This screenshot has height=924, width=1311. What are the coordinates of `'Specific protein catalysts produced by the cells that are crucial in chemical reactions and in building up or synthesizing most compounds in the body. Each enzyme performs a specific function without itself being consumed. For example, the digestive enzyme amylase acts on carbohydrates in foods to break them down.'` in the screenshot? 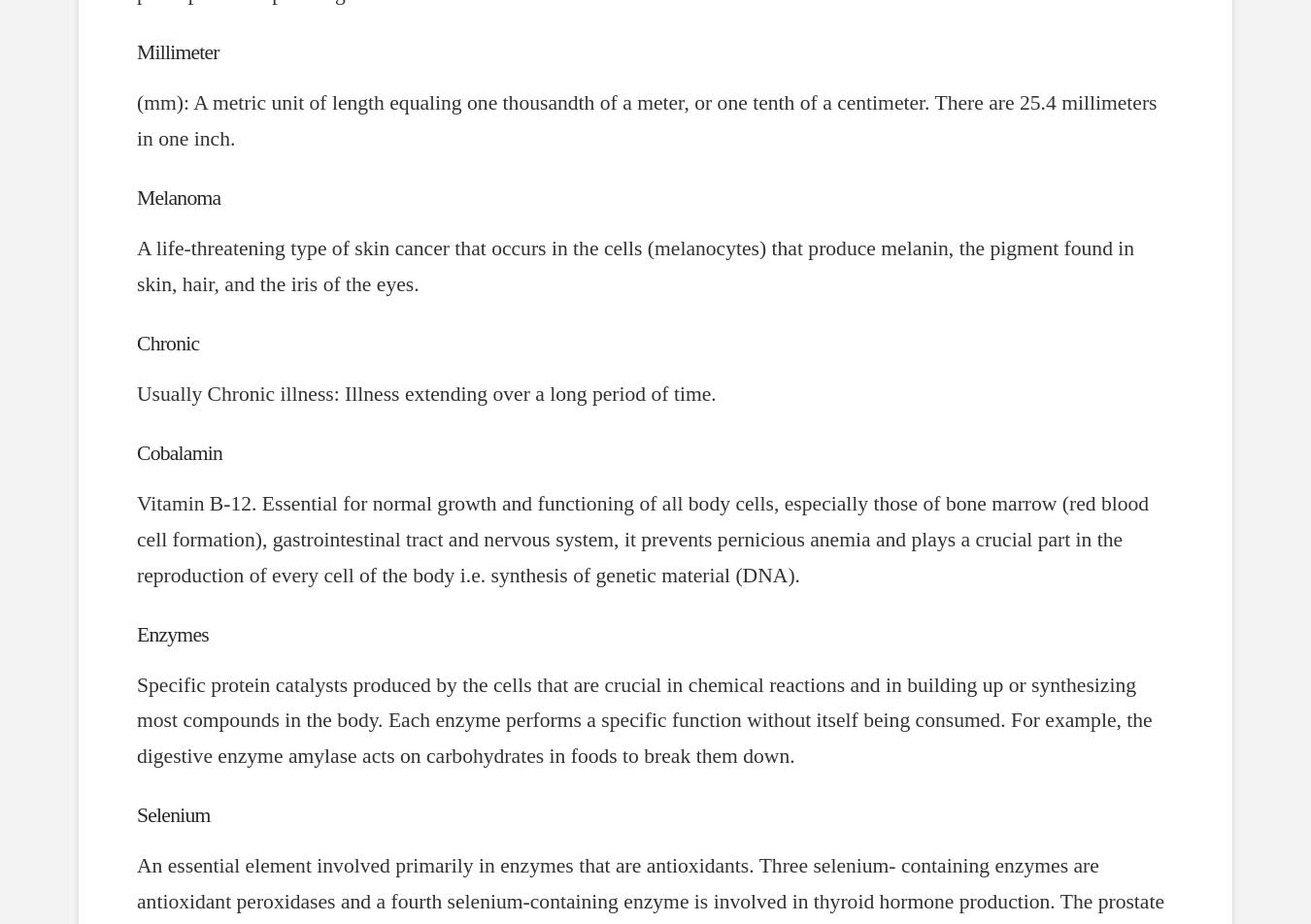 It's located at (644, 719).